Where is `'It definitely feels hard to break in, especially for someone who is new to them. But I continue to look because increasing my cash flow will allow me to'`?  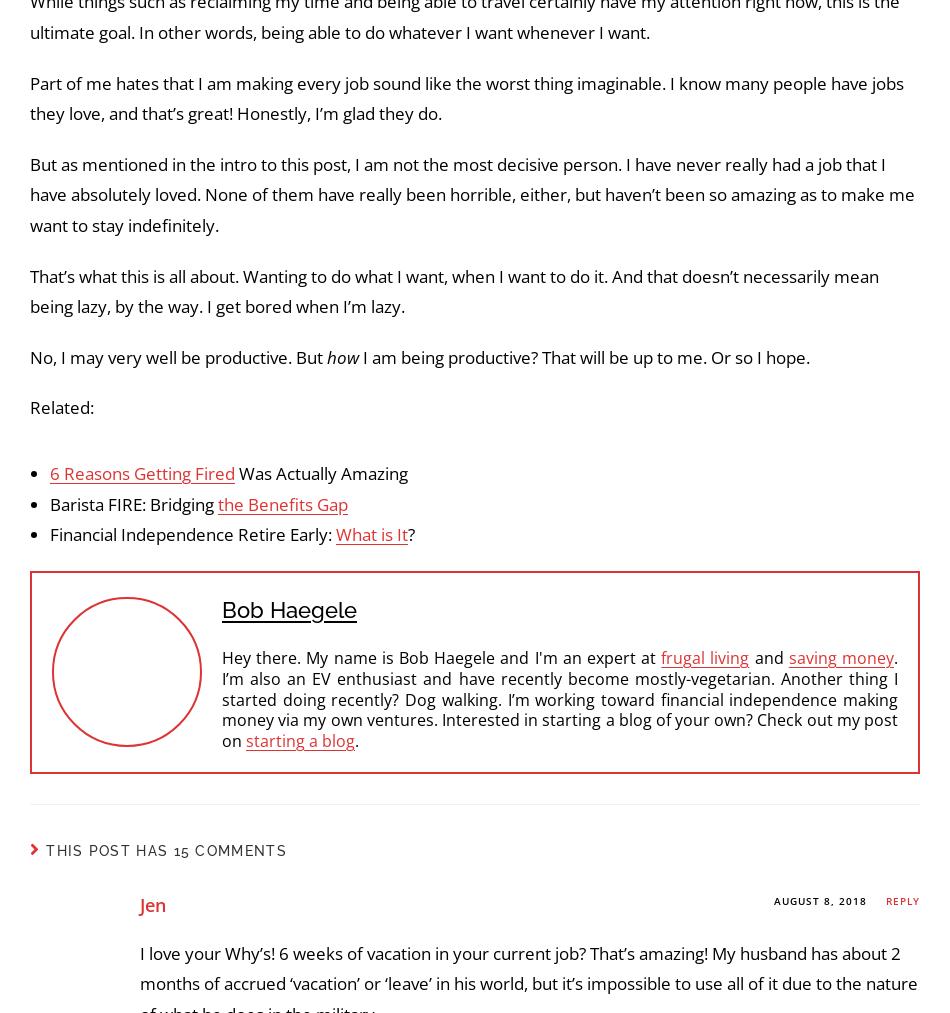
'It definitely feels hard to break in, especially for someone who is new to them. But I continue to look because increasing my cash flow will allow me to' is located at coordinates (451, 178).